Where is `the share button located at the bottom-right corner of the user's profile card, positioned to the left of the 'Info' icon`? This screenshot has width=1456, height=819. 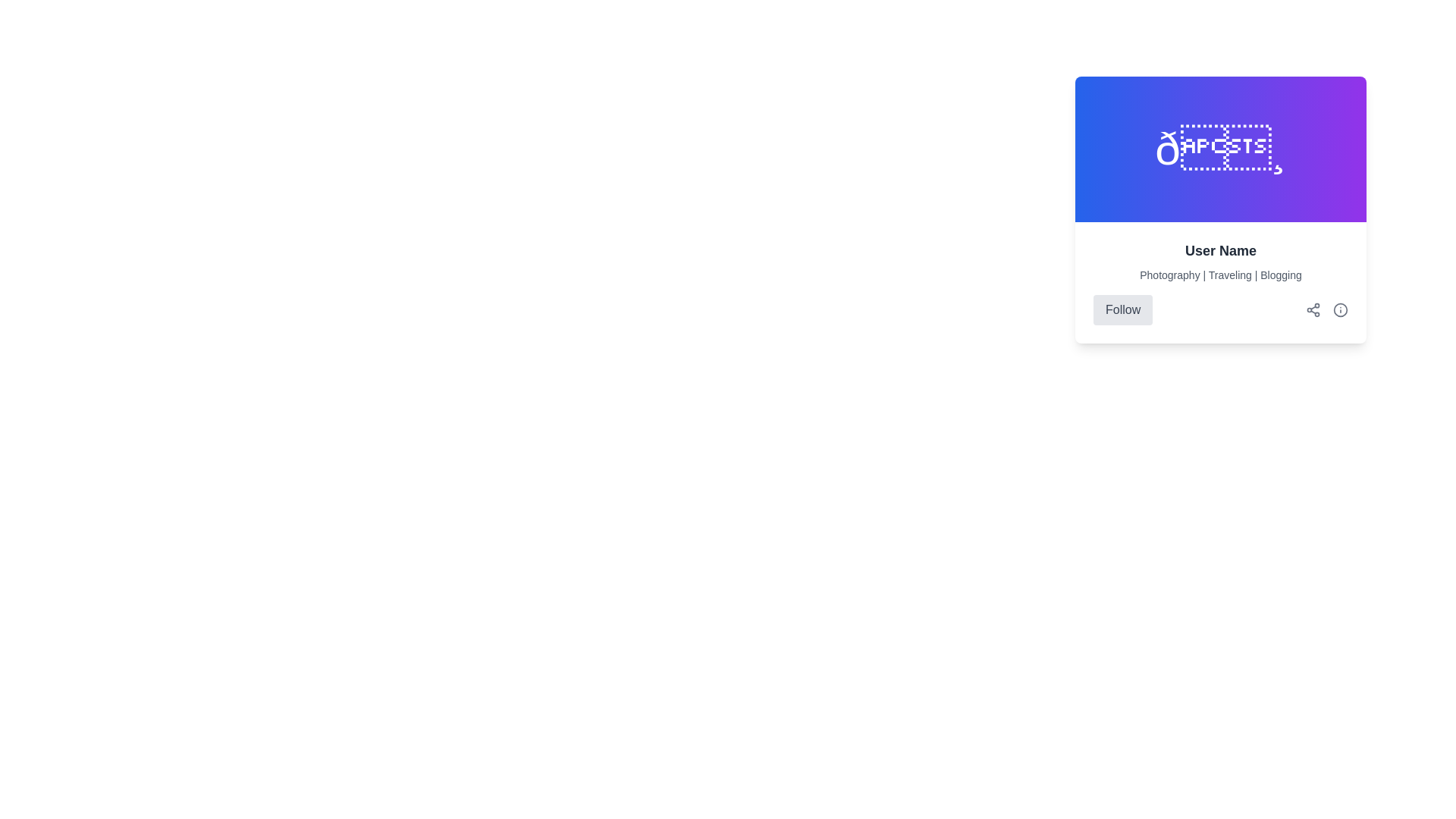 the share button located at the bottom-right corner of the user's profile card, positioned to the left of the 'Info' icon is located at coordinates (1313, 309).